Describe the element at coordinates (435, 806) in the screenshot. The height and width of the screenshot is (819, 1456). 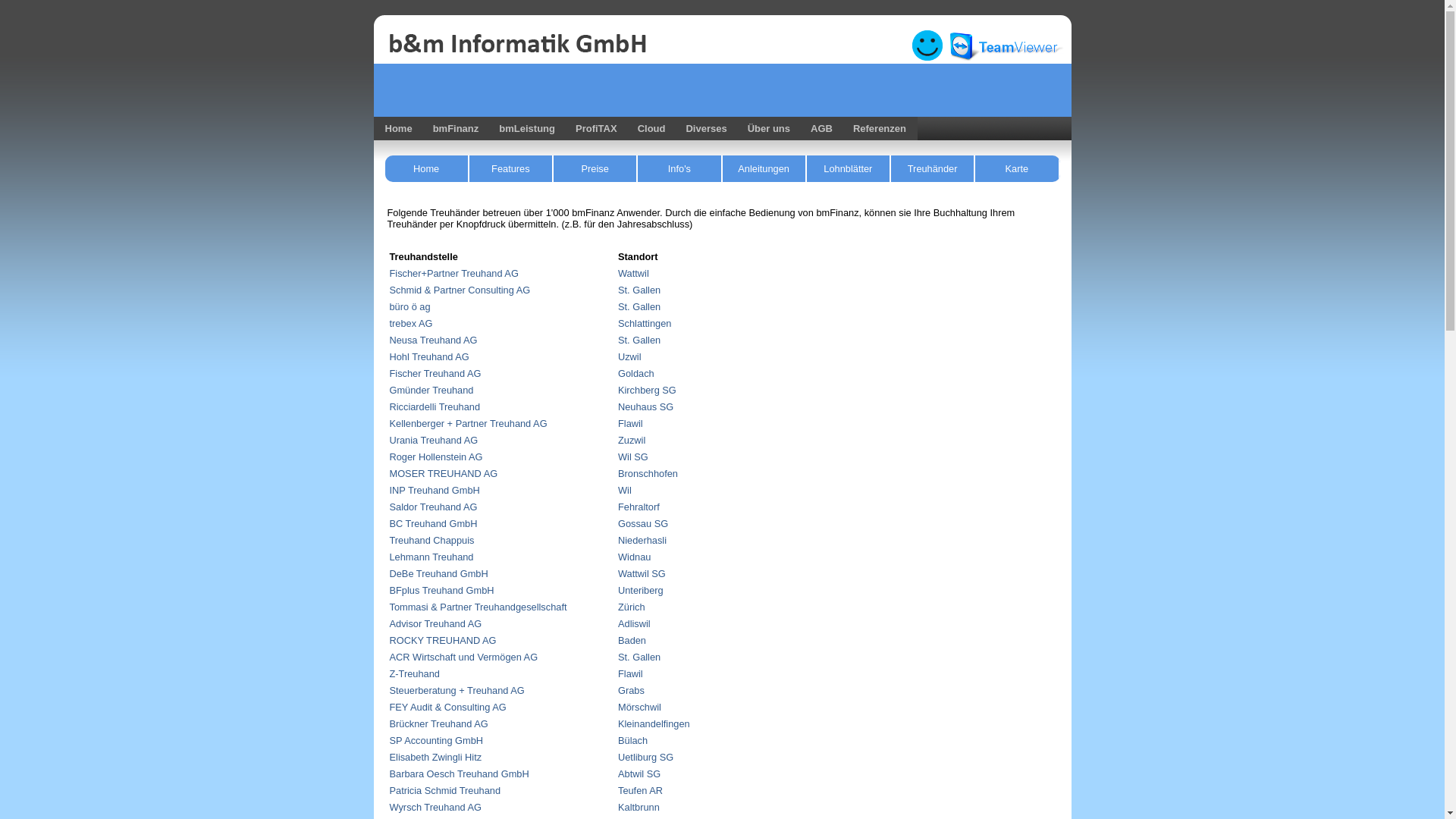
I see `'Wyrsch Treuhand AG'` at that location.